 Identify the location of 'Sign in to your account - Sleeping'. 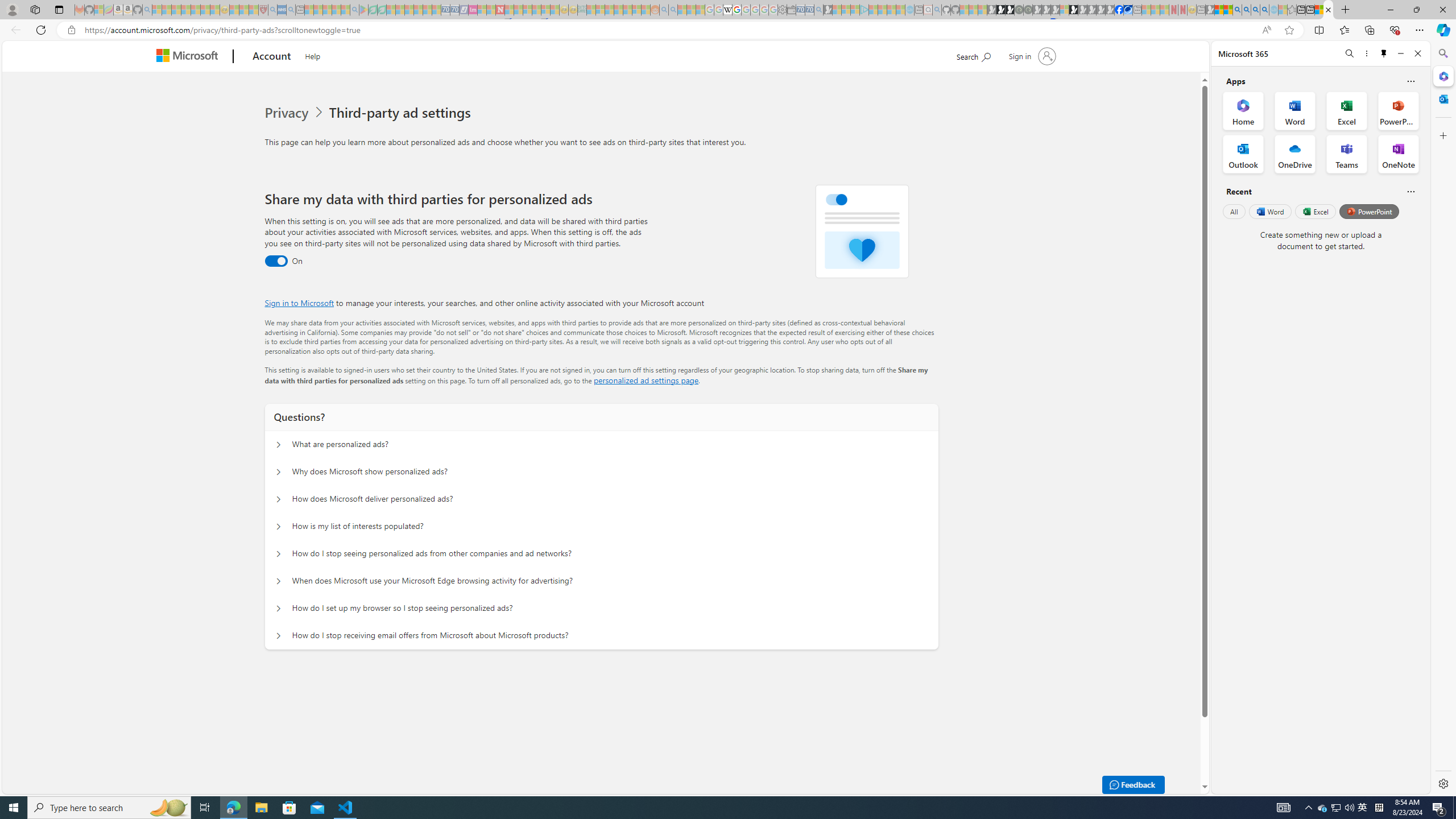
(1064, 9).